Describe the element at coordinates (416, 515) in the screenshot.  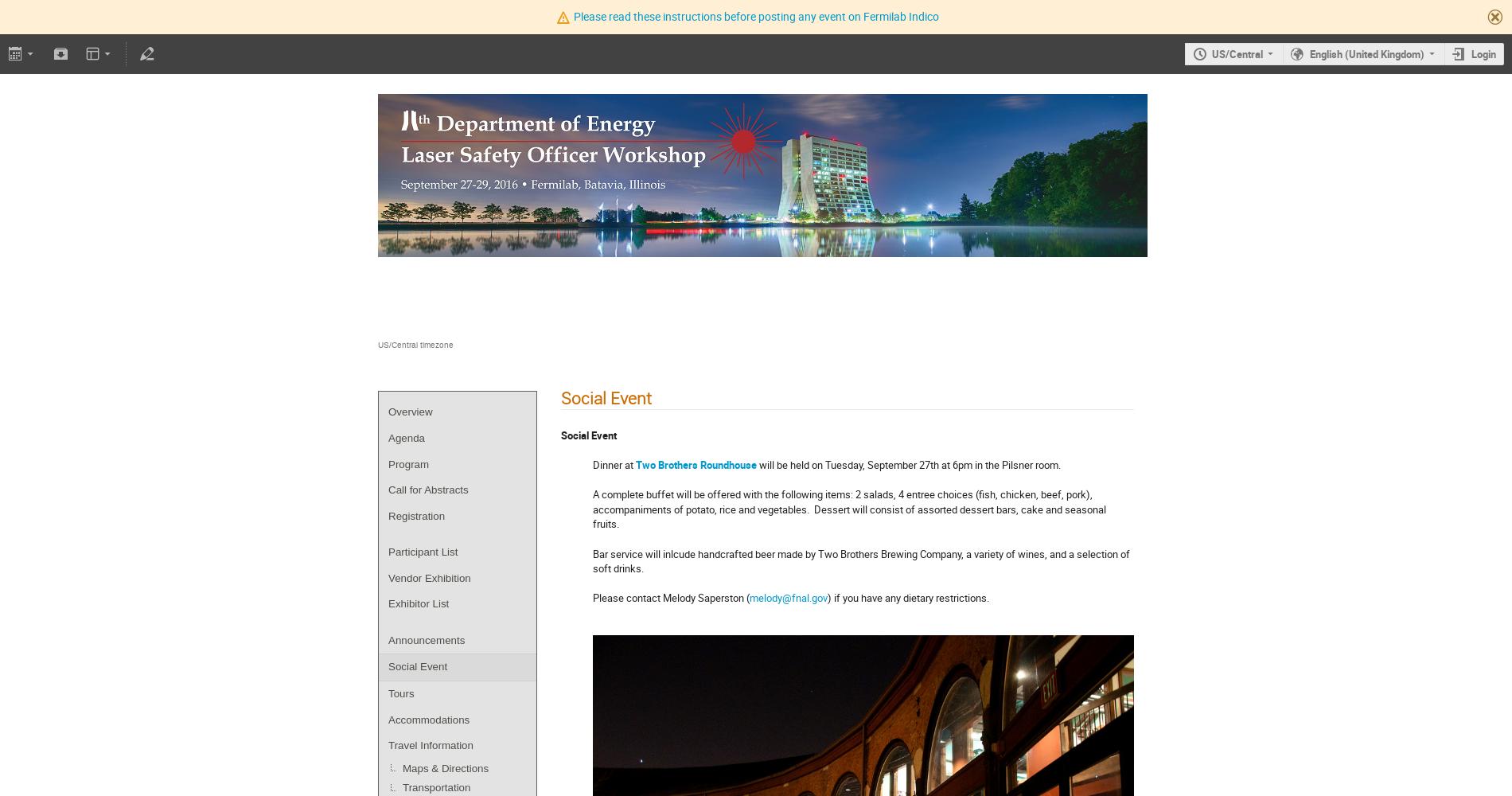
I see `'Registration'` at that location.